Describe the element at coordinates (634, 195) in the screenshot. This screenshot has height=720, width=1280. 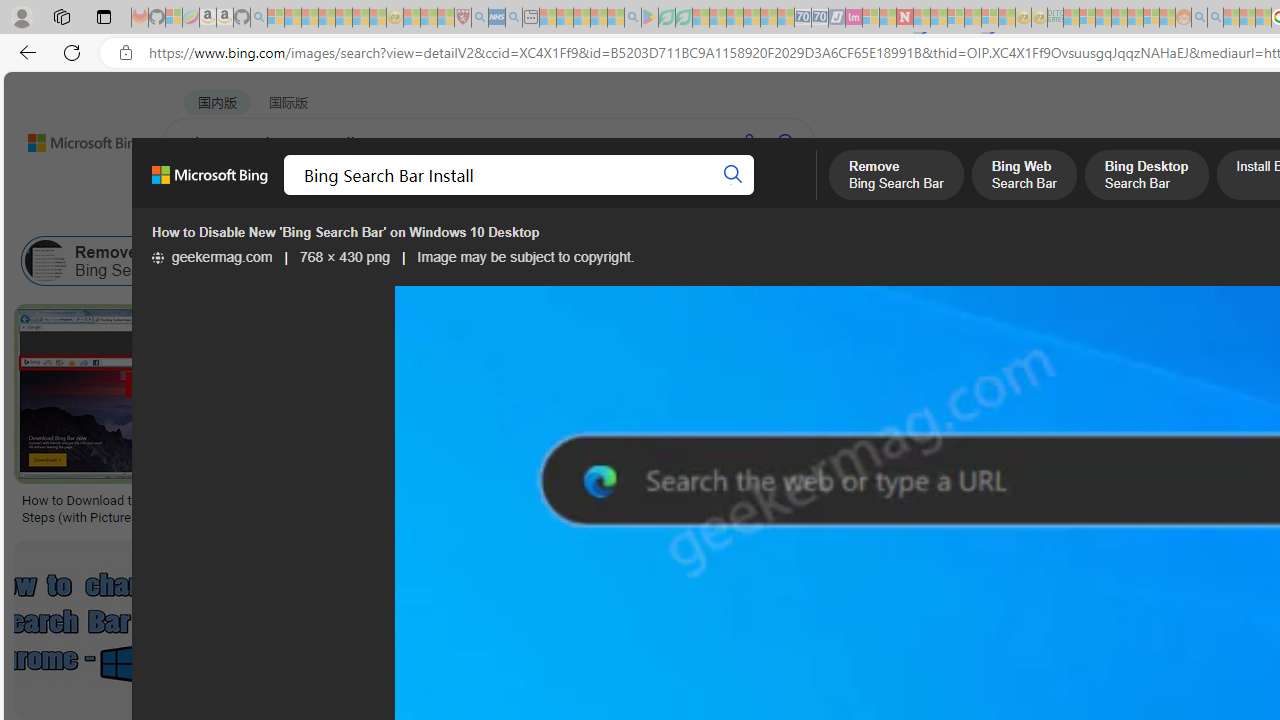
I see `'ACADEMIC'` at that location.